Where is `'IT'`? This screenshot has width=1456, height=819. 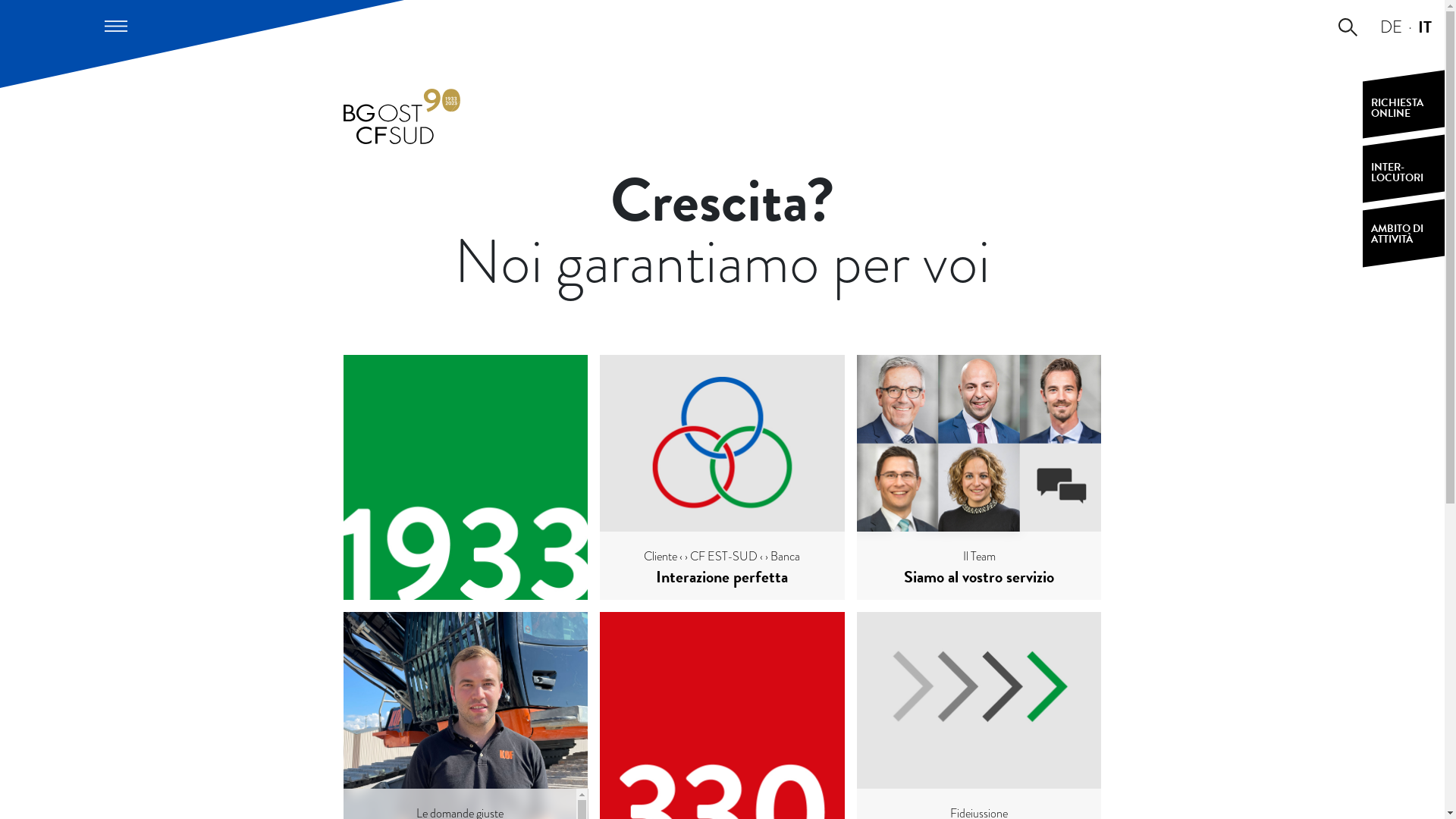 'IT' is located at coordinates (1423, 26).